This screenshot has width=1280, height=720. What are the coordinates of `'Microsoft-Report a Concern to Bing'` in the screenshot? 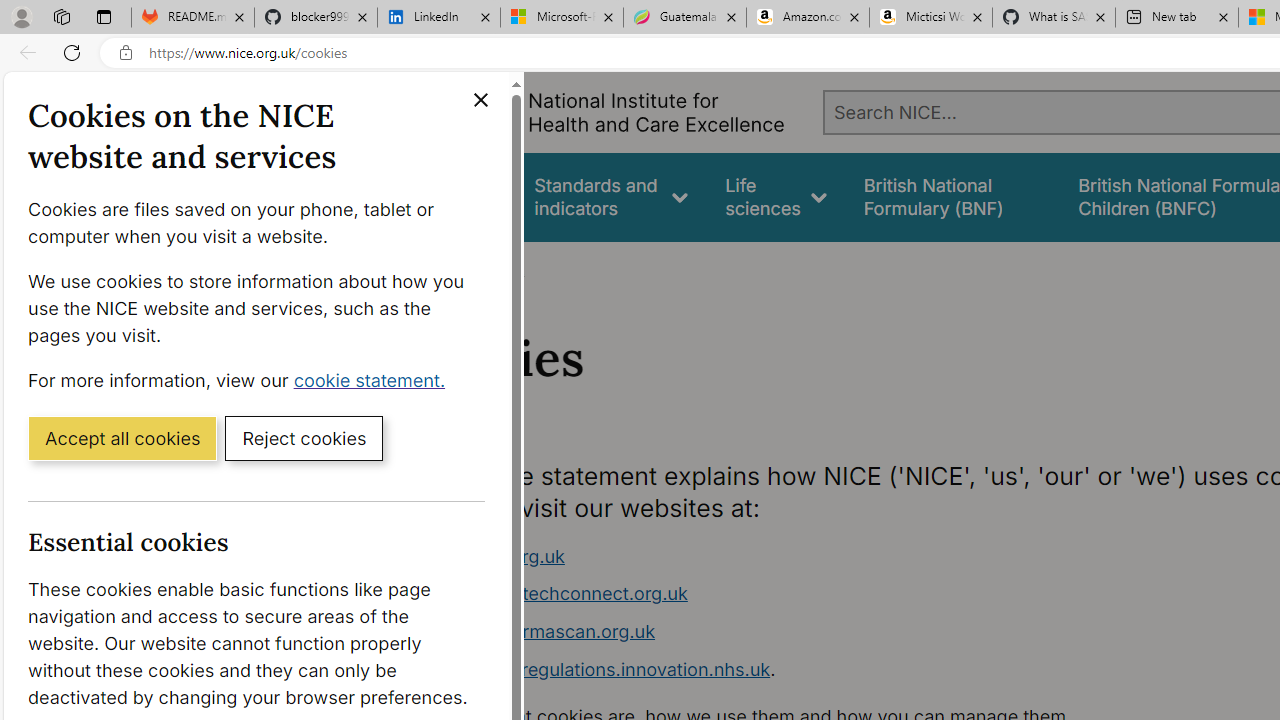 It's located at (560, 17).